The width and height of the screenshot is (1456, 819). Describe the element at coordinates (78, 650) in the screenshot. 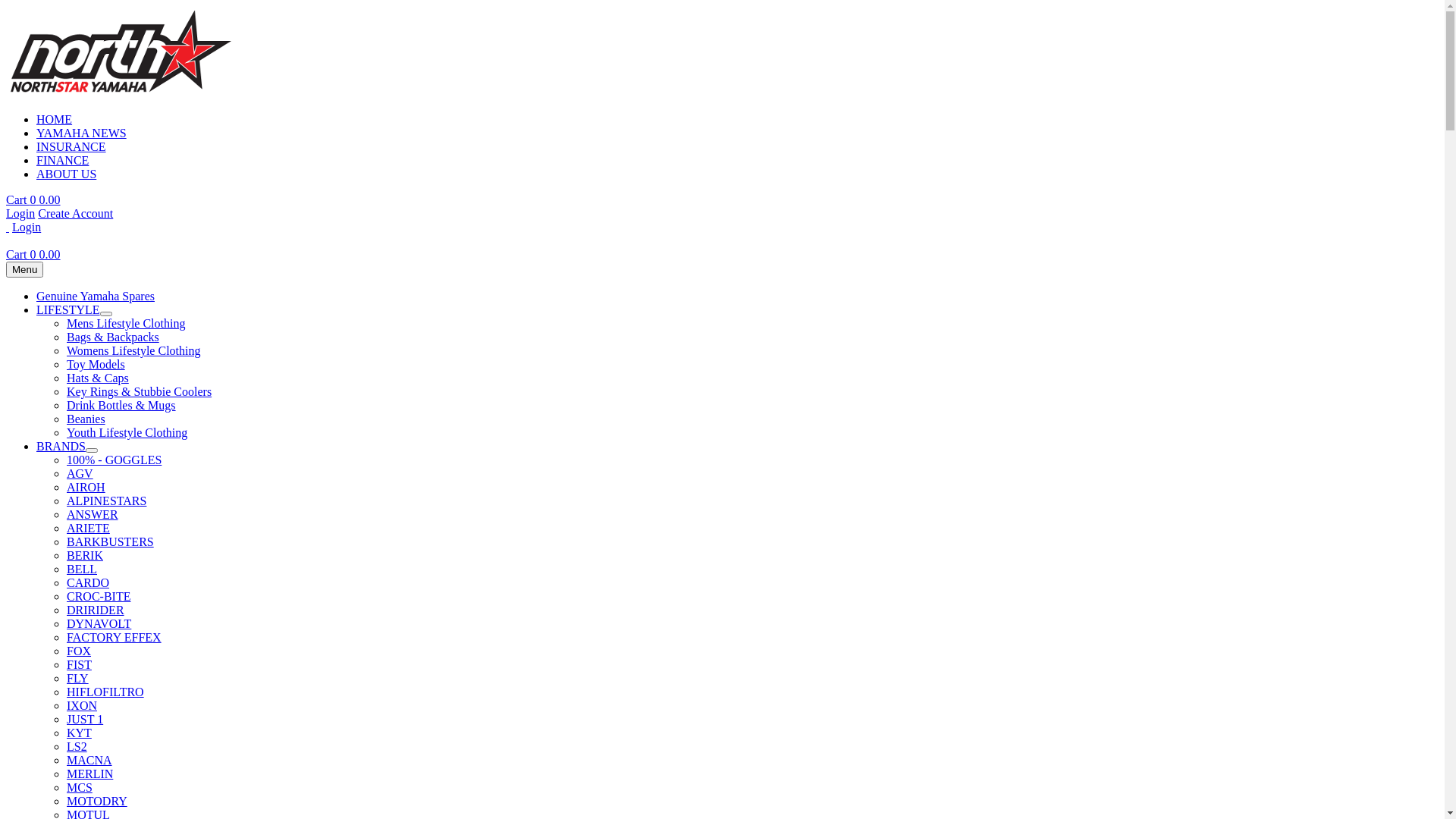

I see `'FOX'` at that location.